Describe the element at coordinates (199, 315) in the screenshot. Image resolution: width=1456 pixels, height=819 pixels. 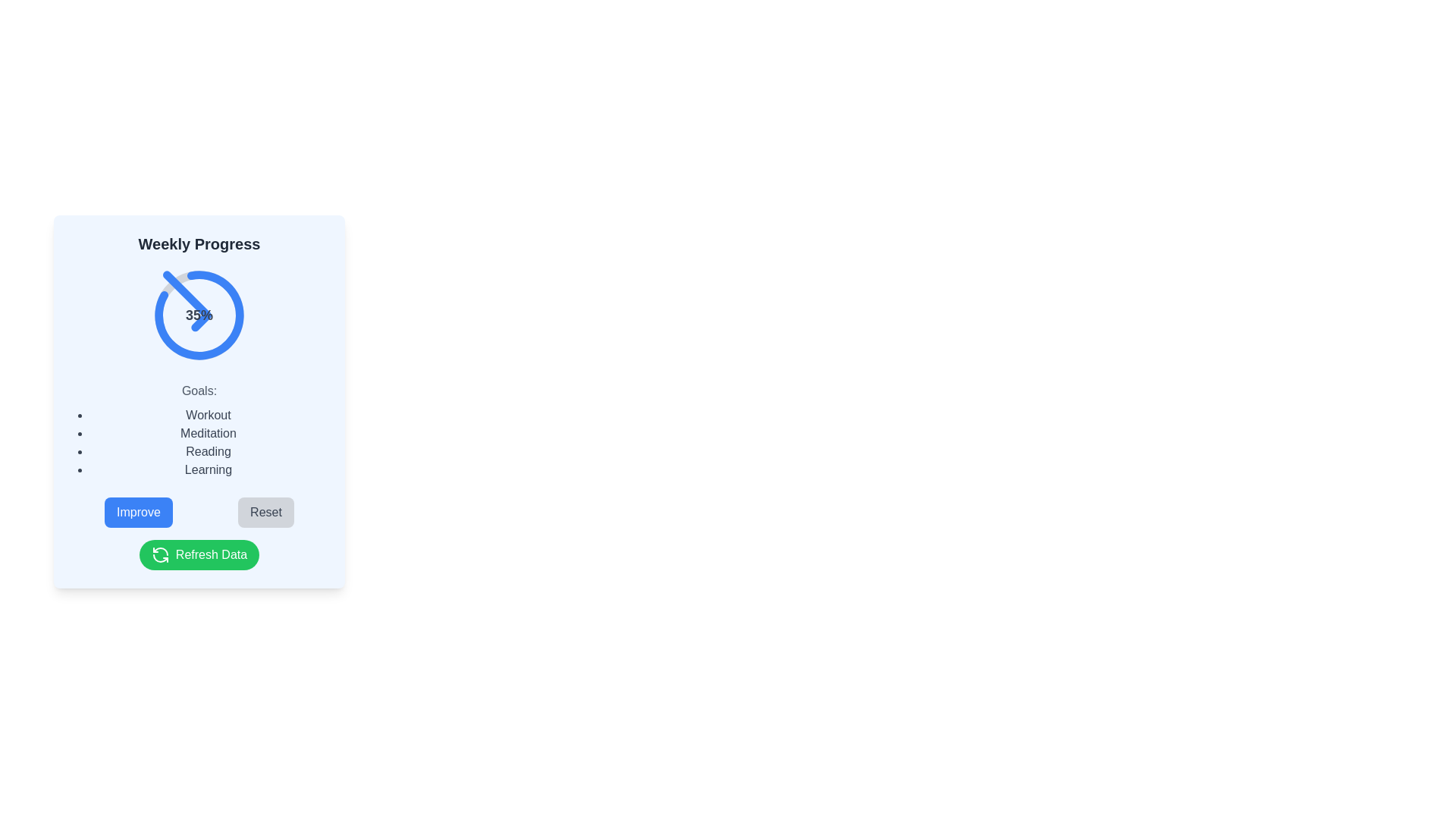
I see `the Graphical Circle Component, which is centrally located within the blue progress ring of the 'Weekly Progress' card` at that location.